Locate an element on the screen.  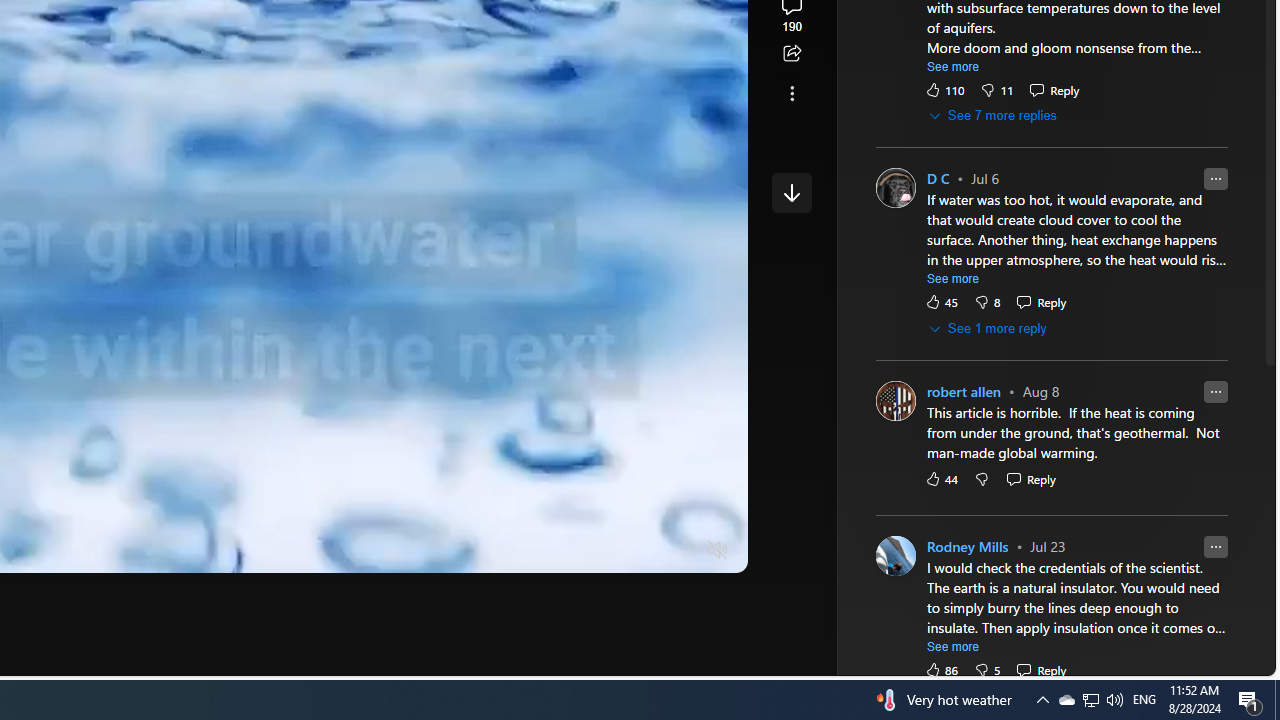
'See 1 more reply' is located at coordinates (989, 328).